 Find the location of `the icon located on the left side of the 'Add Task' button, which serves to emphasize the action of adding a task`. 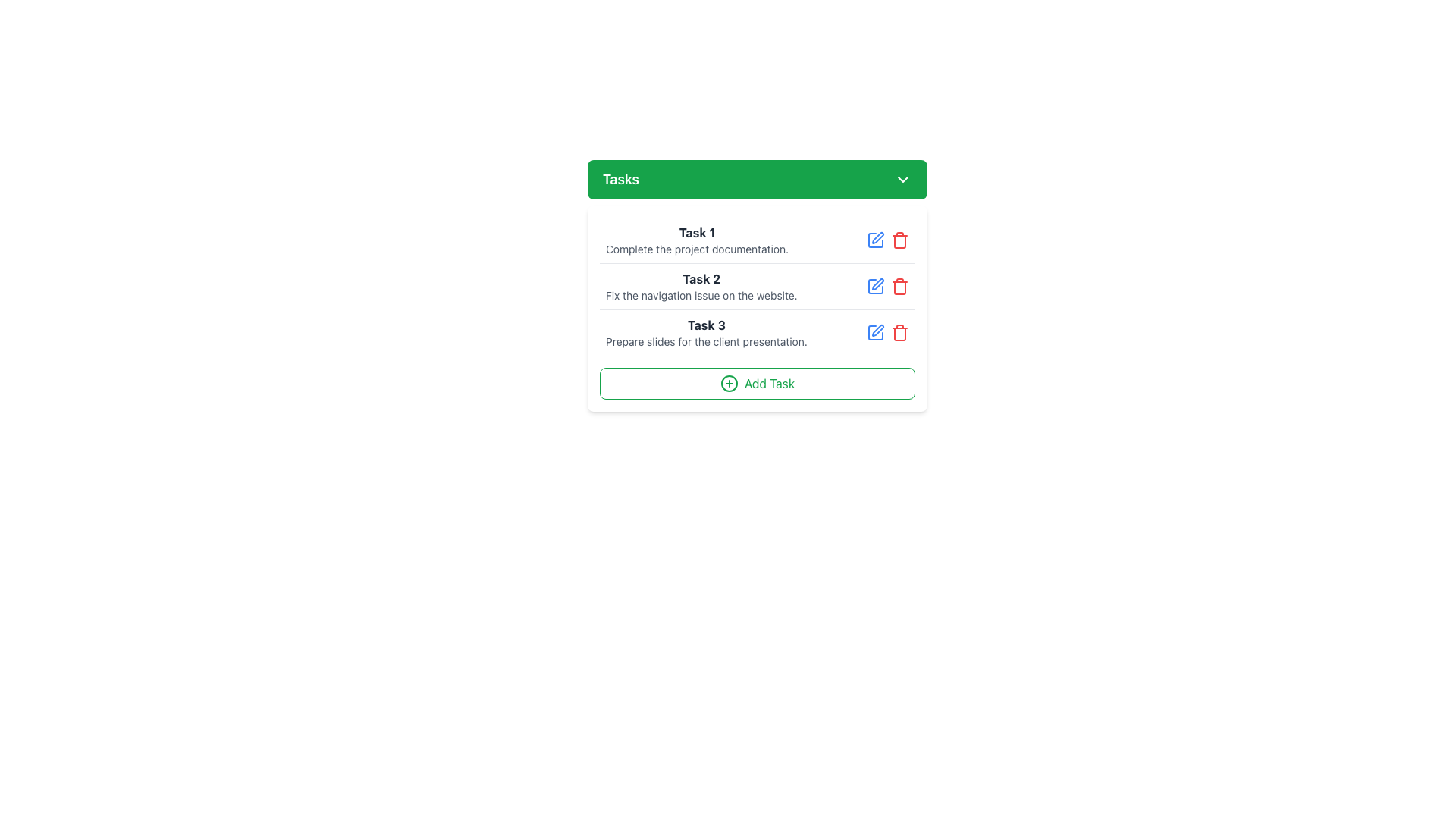

the icon located on the left side of the 'Add Task' button, which serves to emphasize the action of adding a task is located at coordinates (729, 382).